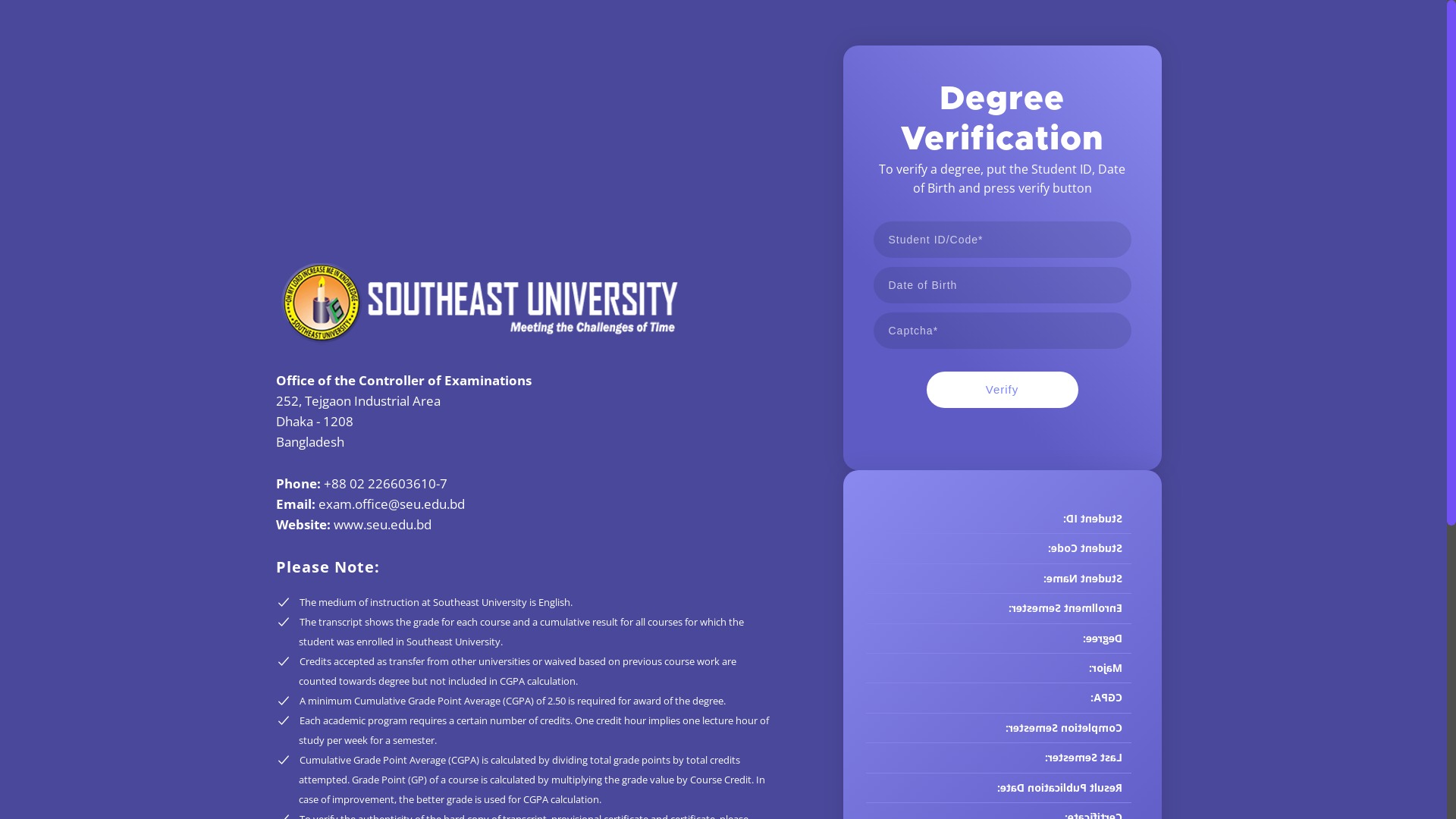 The image size is (1456, 819). Describe the element at coordinates (1002, 388) in the screenshot. I see `'Verify'` at that location.